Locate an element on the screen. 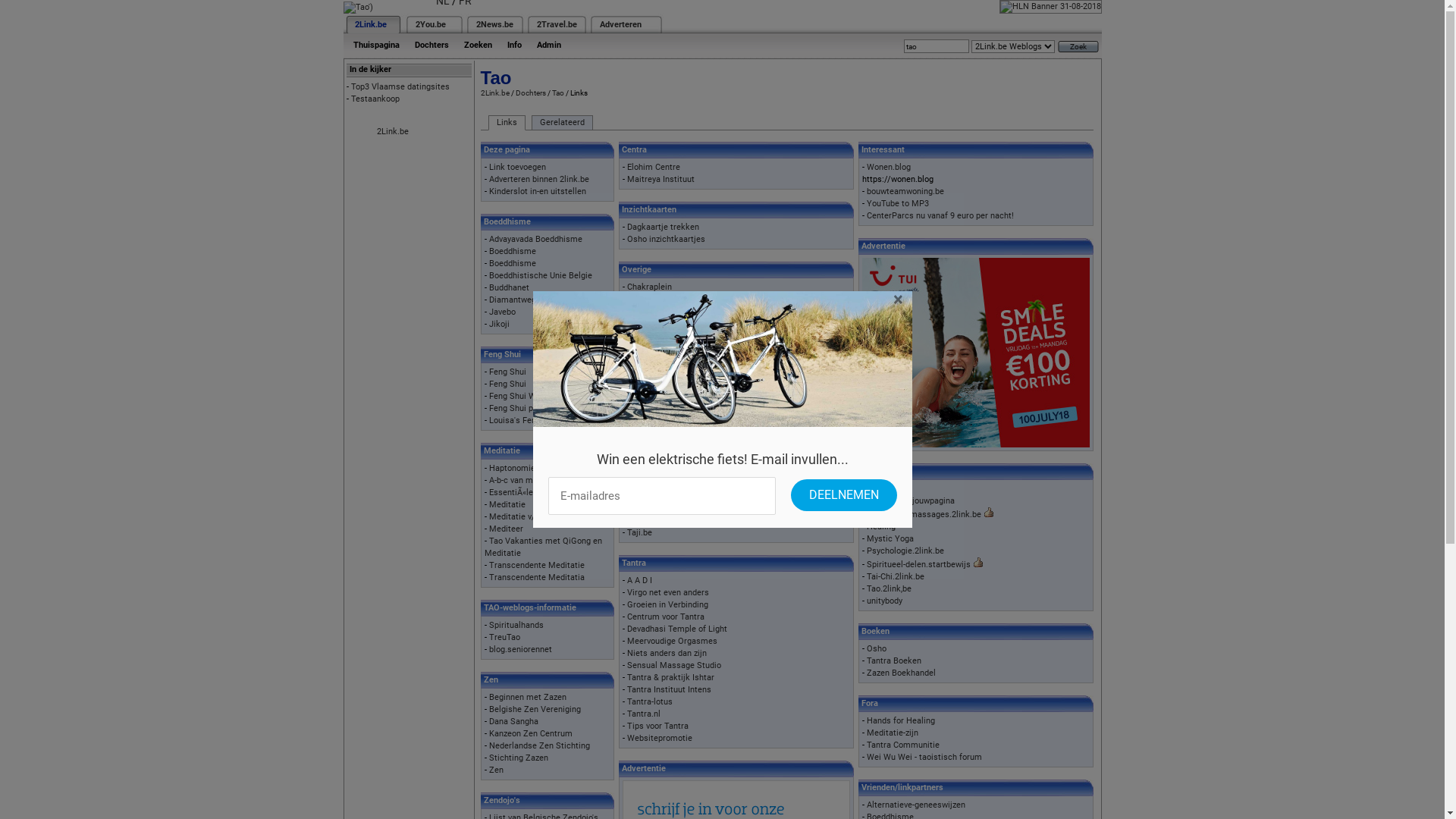 This screenshot has height=819, width=1456. 'Tantra Communitie' is located at coordinates (902, 744).